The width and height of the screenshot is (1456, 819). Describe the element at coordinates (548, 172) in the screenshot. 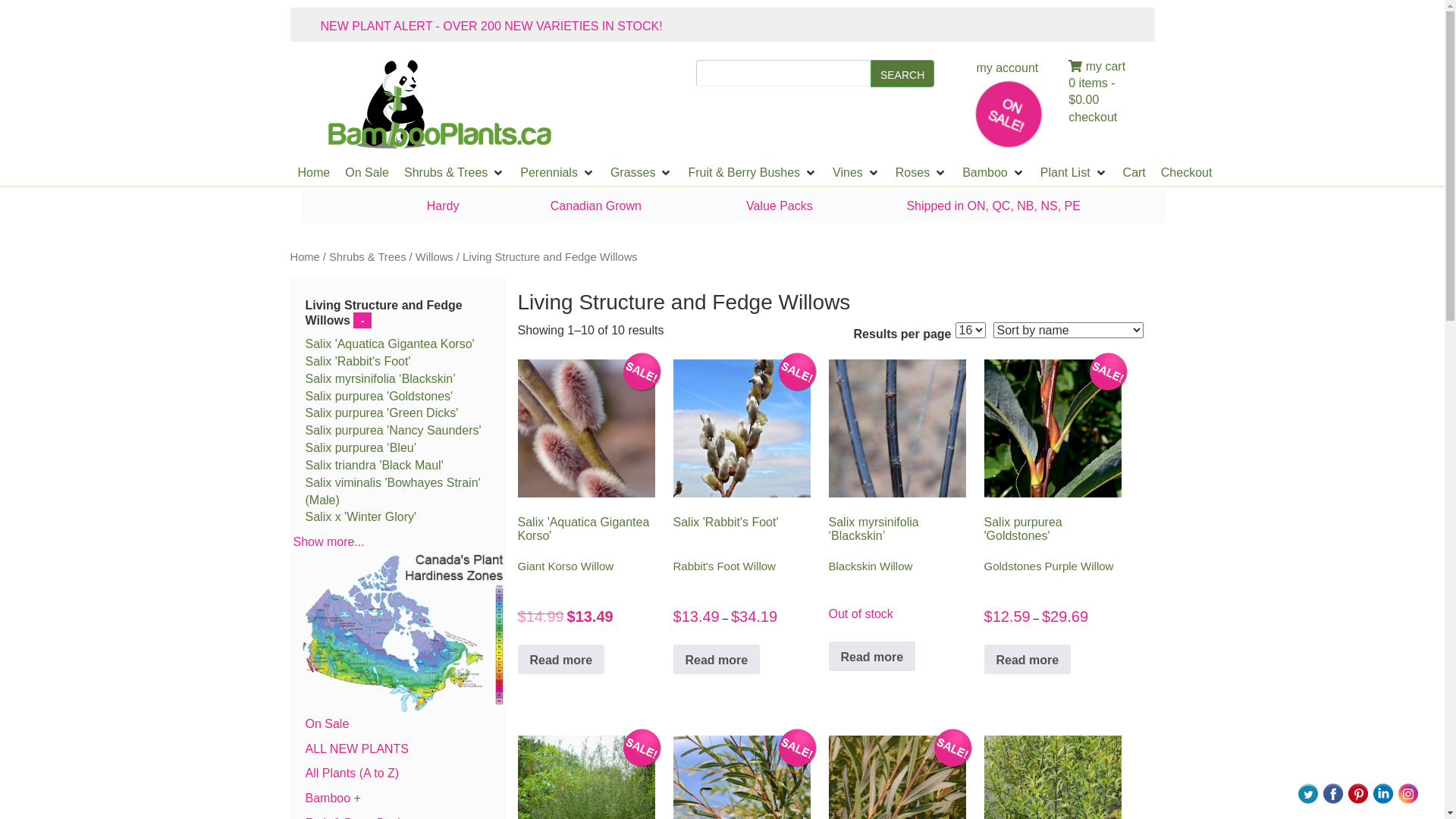

I see `'Perennials'` at that location.